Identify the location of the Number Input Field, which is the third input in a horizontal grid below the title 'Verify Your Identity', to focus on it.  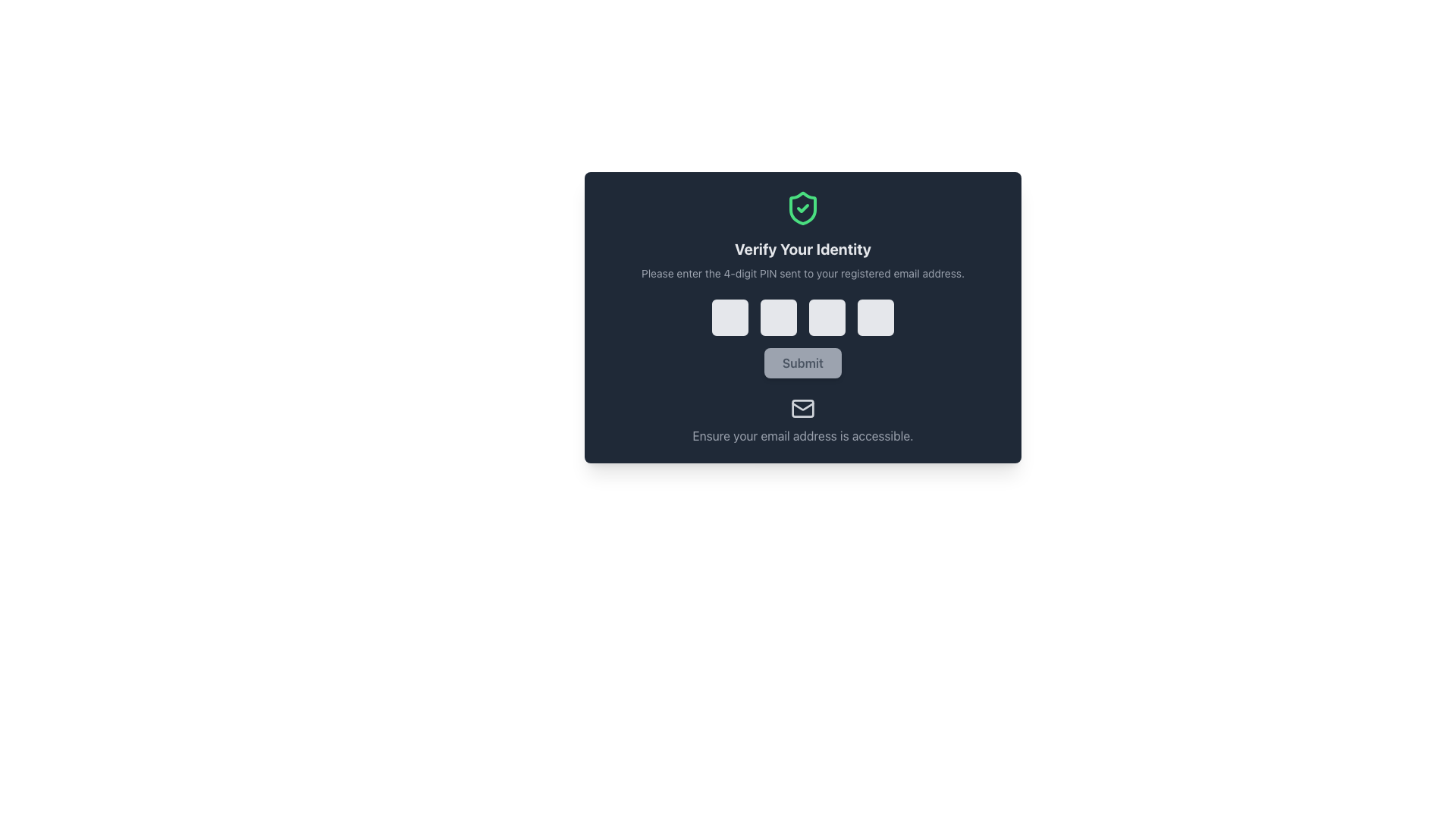
(826, 317).